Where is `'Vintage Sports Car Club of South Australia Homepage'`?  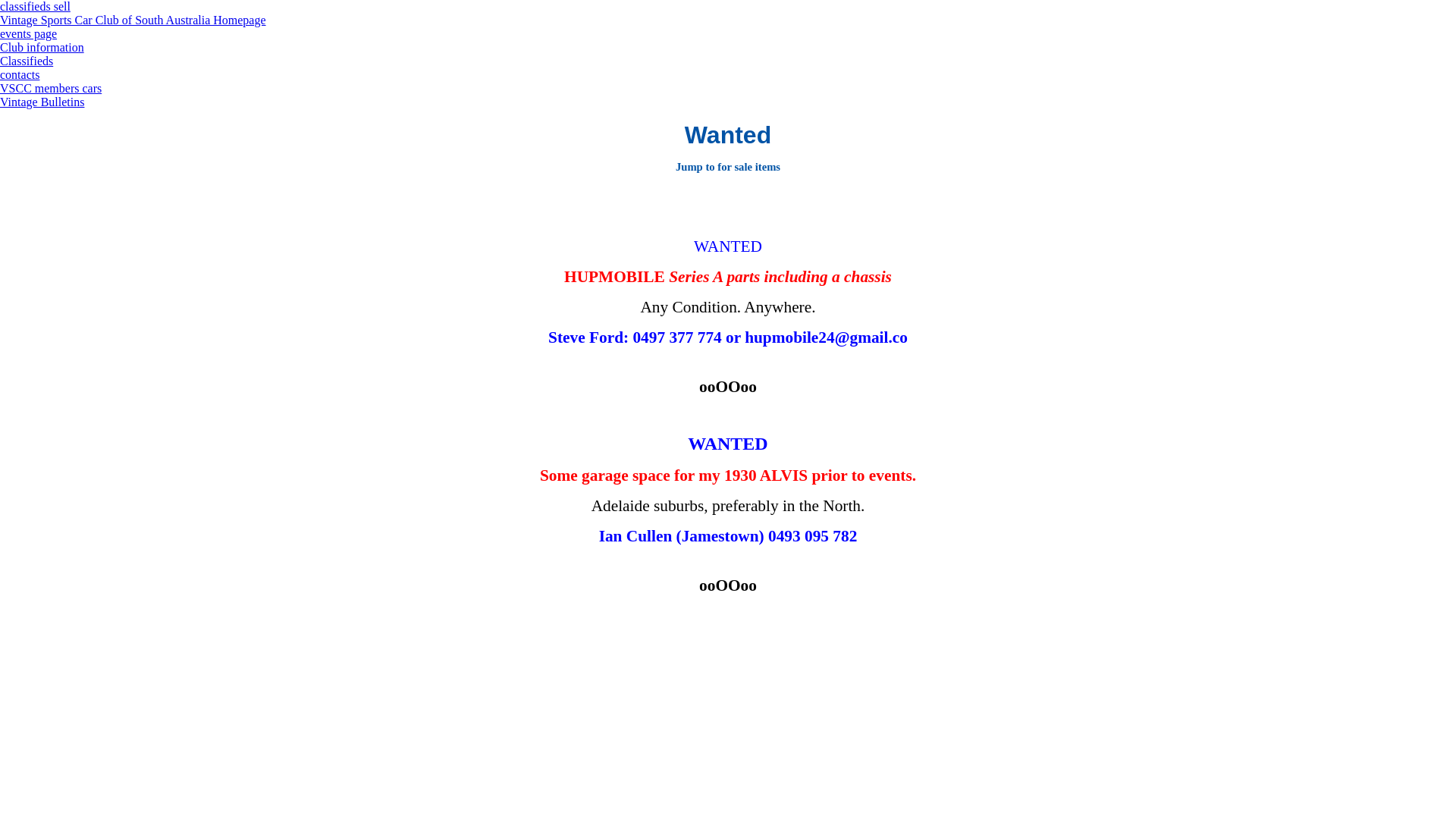
'Vintage Sports Car Club of South Australia Homepage' is located at coordinates (133, 20).